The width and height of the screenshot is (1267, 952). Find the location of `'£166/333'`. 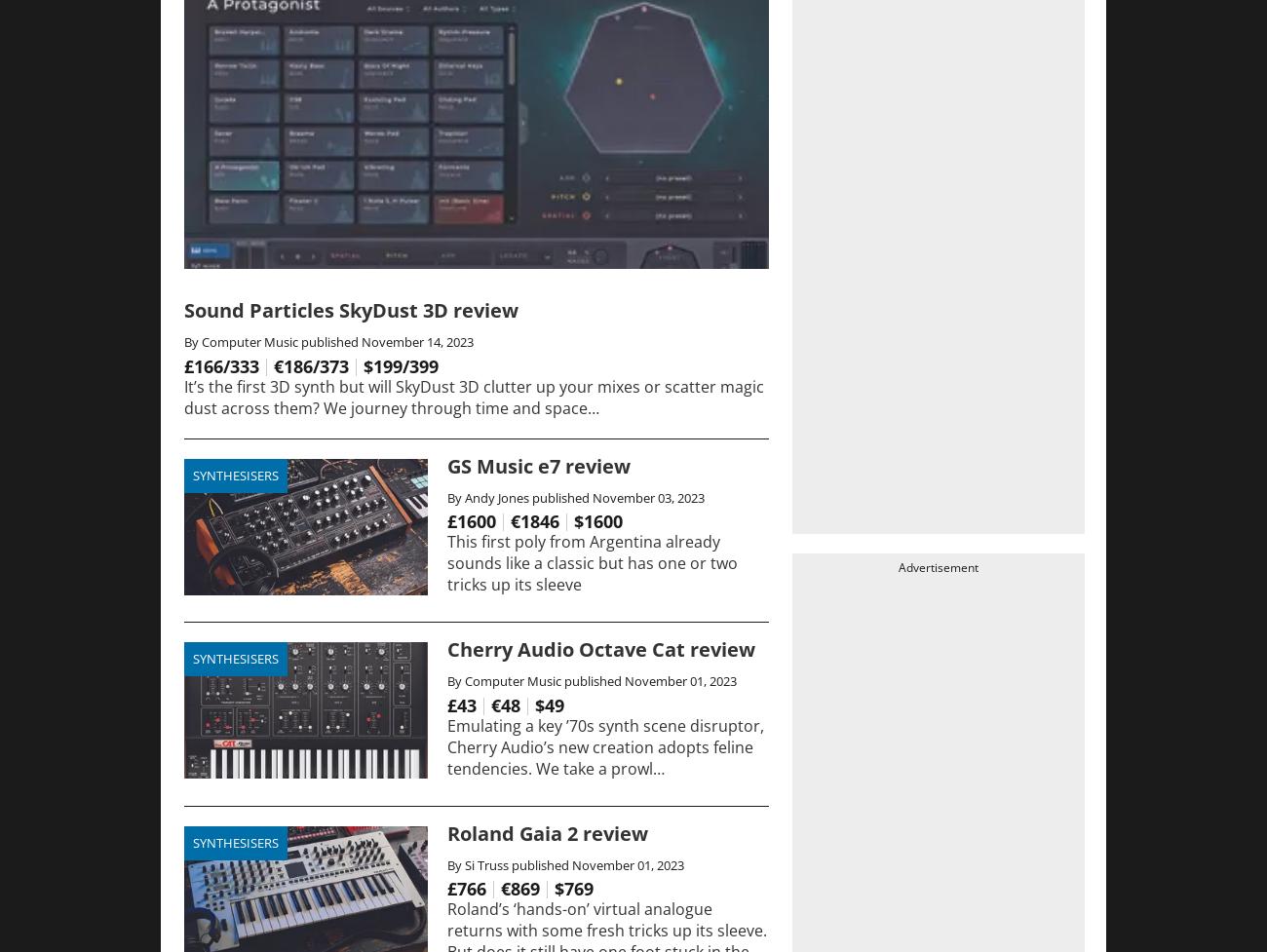

'£166/333' is located at coordinates (220, 364).